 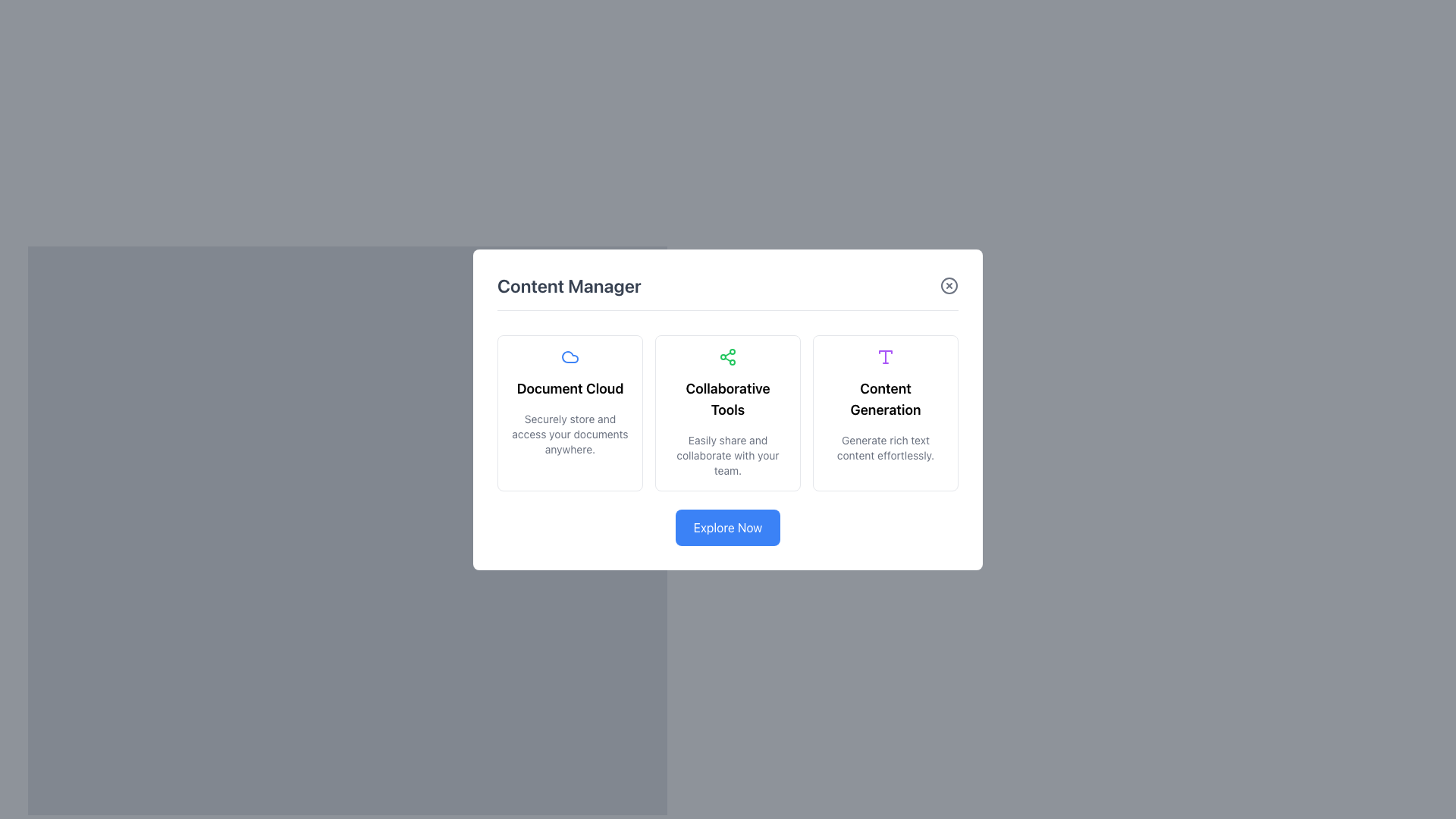 What do you see at coordinates (728, 412) in the screenshot?
I see `the Informational Card titled 'Collaborative Tools' which contains a sharing symbol icon in green and descriptive text about sharing and collaboration` at bounding box center [728, 412].